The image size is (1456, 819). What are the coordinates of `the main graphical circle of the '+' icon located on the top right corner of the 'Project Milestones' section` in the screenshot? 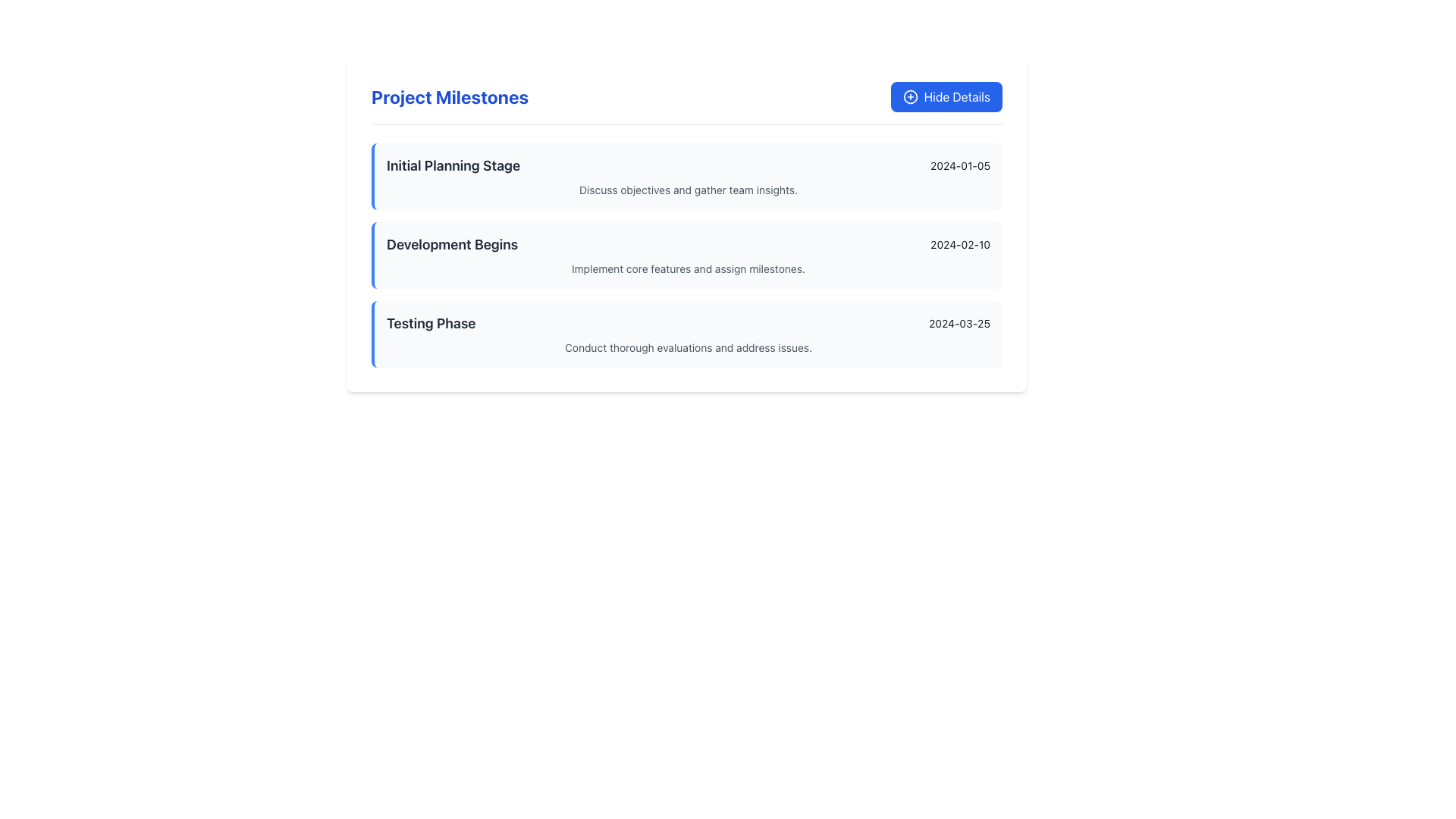 It's located at (910, 96).